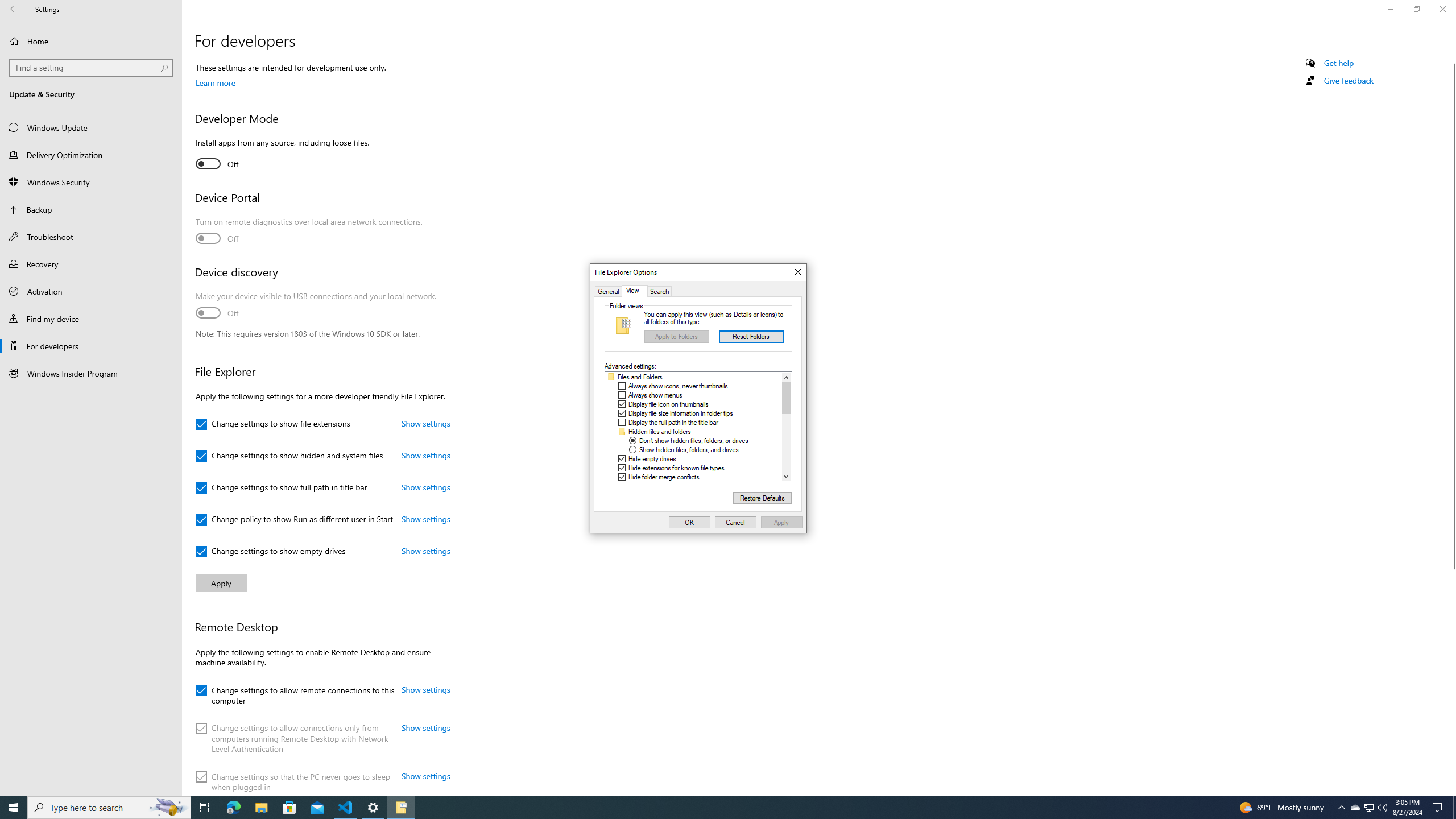 Image resolution: width=1456 pixels, height=819 pixels. I want to click on 'File Explorer Options - 1 running window', so click(401, 806).